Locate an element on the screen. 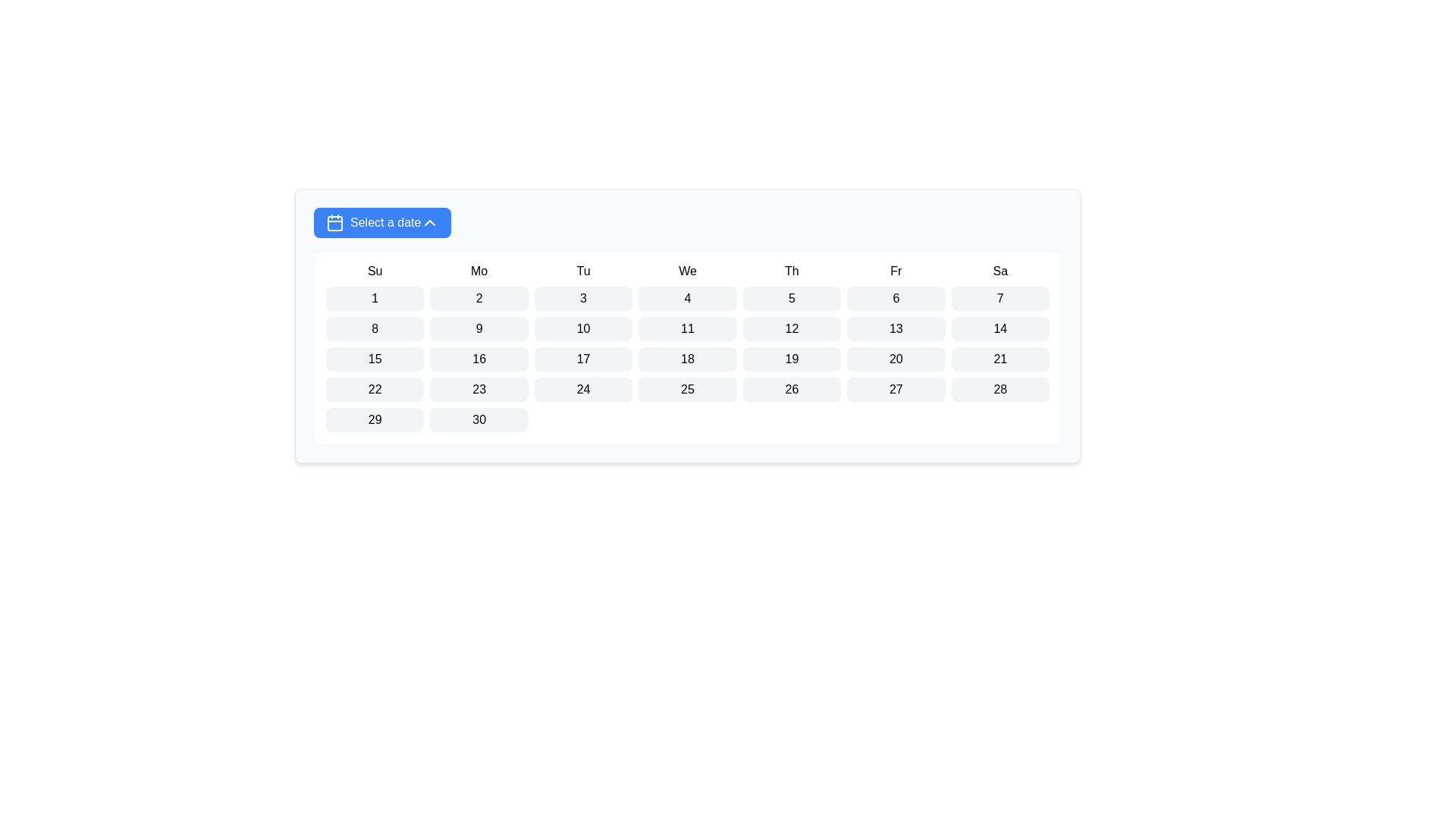 Image resolution: width=1456 pixels, height=819 pixels. 'Thursday' text label in the calendar's weekday header for styling or positioning is located at coordinates (791, 271).